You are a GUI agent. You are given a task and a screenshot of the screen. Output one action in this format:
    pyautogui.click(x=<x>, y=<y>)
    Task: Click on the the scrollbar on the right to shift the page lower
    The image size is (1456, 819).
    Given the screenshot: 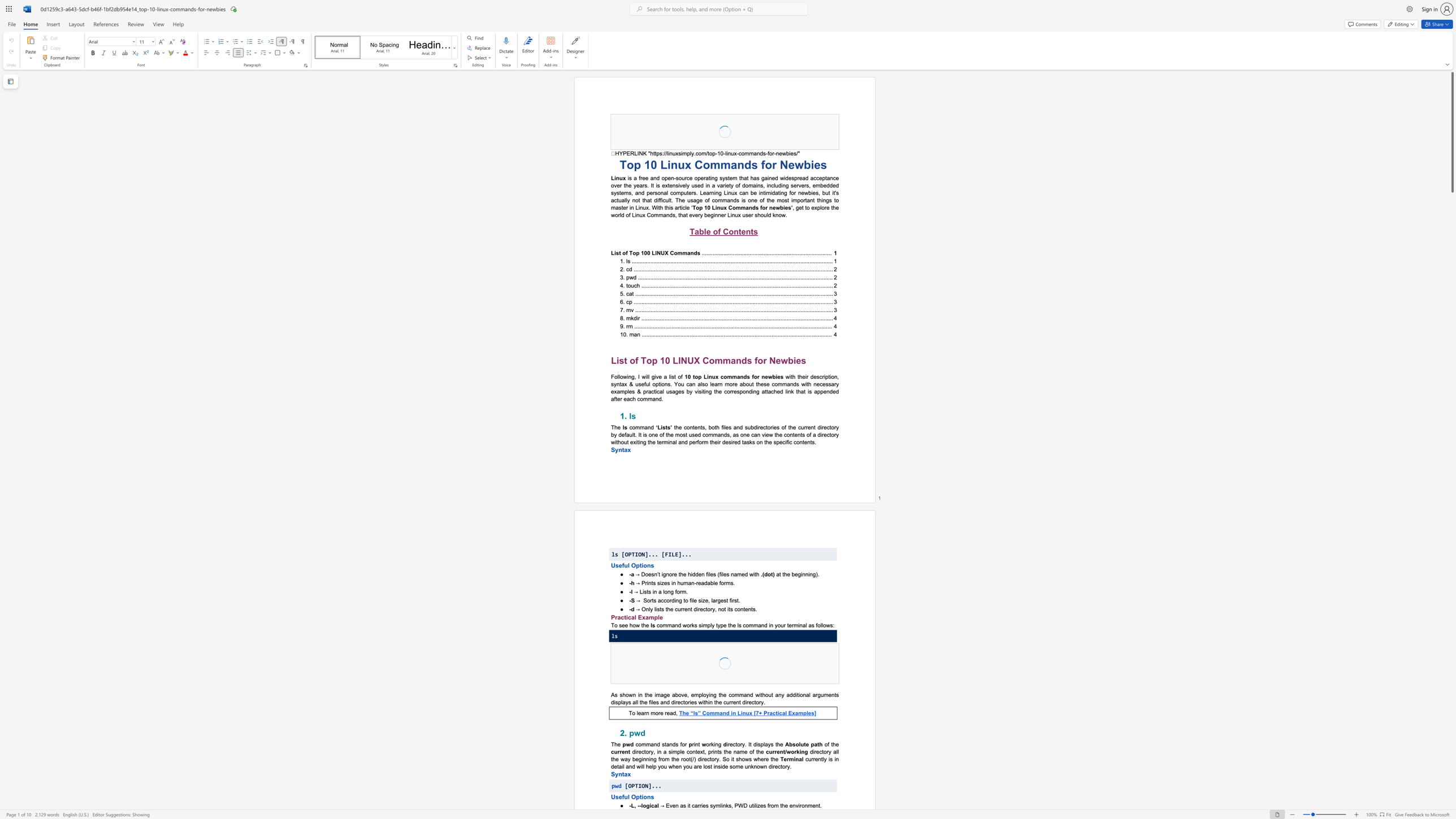 What is the action you would take?
    pyautogui.click(x=1451, y=424)
    